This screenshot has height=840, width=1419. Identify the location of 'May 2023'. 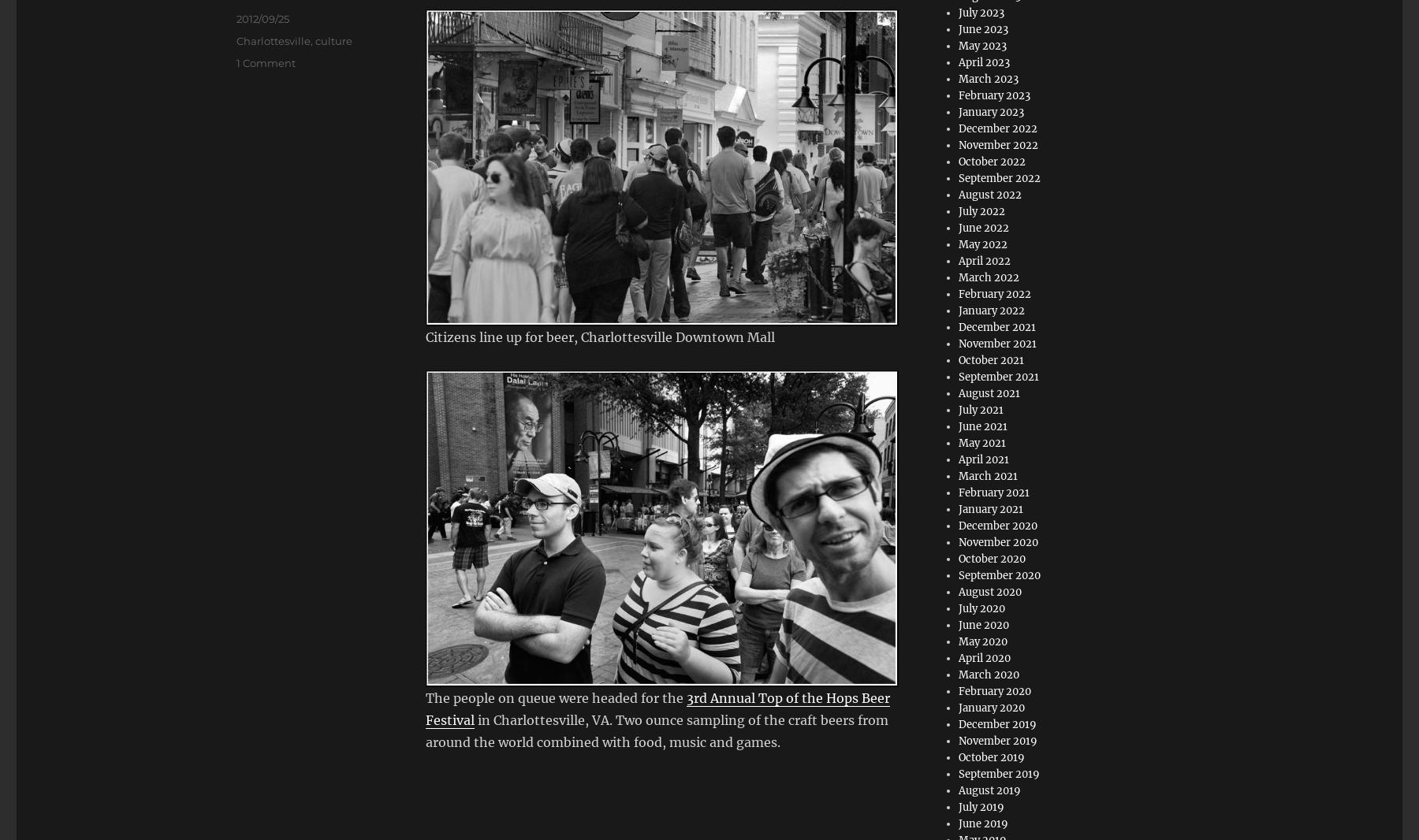
(982, 45).